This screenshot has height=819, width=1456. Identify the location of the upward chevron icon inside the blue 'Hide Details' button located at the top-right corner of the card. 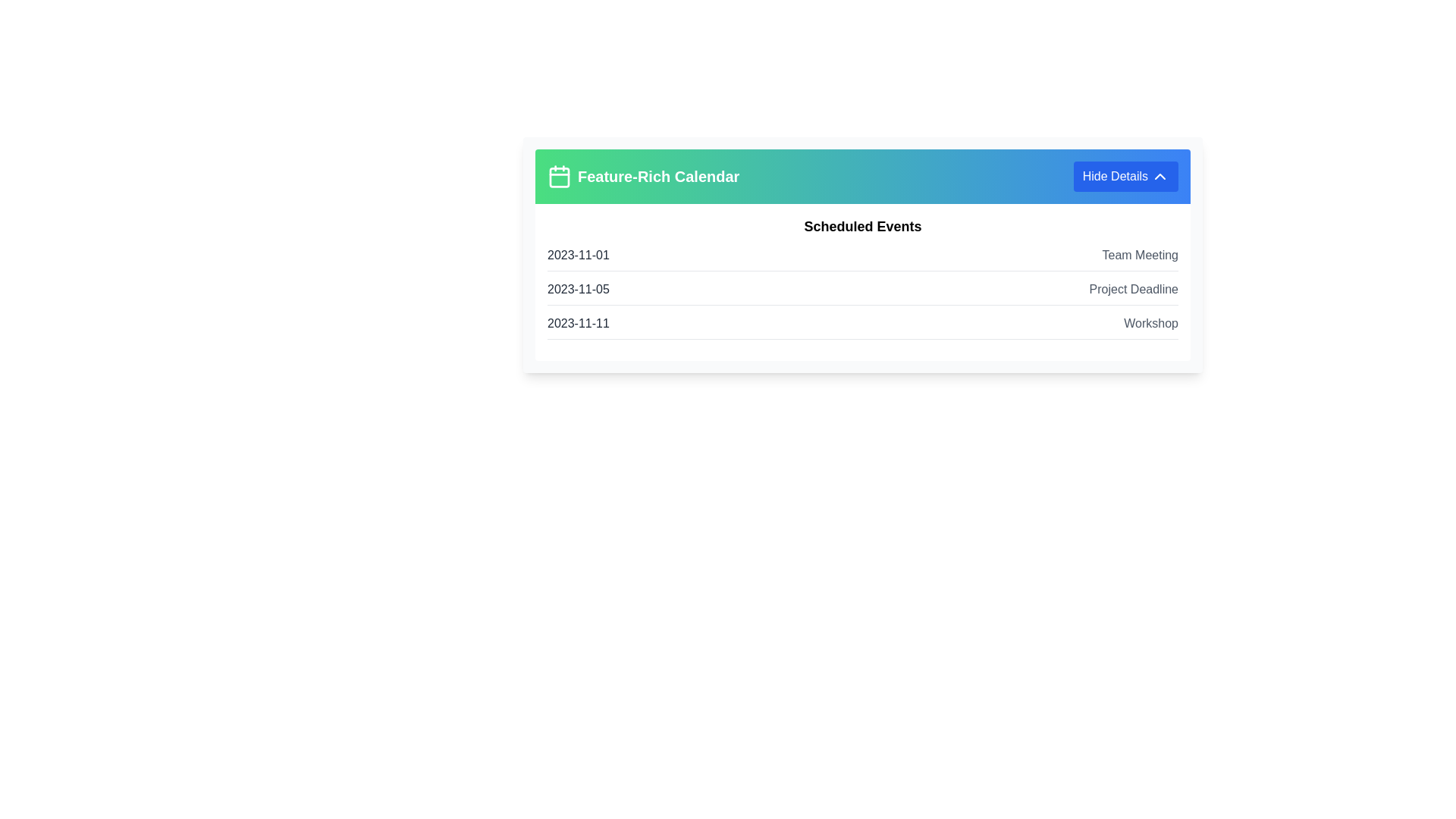
(1159, 175).